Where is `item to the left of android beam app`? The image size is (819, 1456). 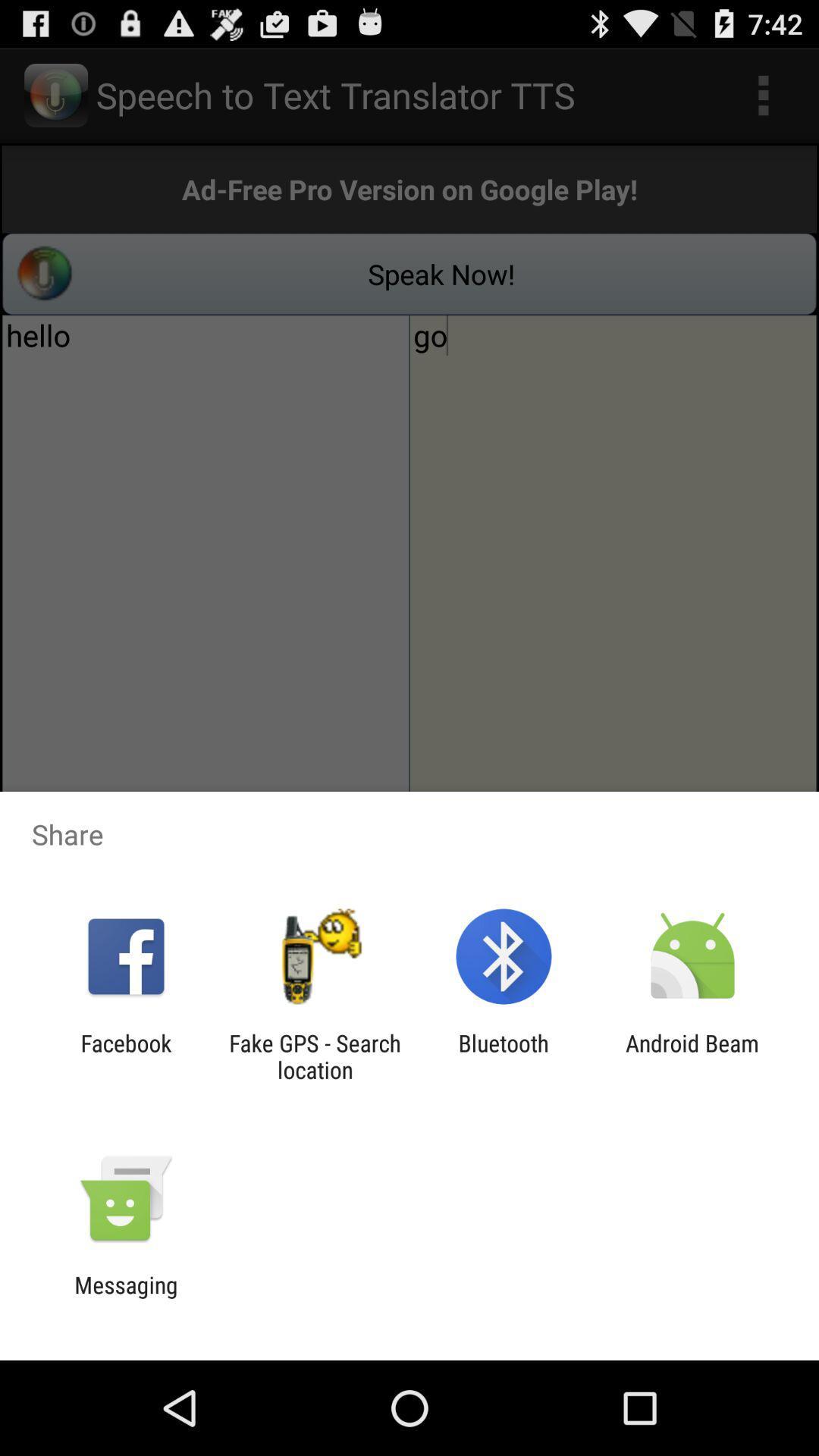 item to the left of android beam app is located at coordinates (504, 1056).